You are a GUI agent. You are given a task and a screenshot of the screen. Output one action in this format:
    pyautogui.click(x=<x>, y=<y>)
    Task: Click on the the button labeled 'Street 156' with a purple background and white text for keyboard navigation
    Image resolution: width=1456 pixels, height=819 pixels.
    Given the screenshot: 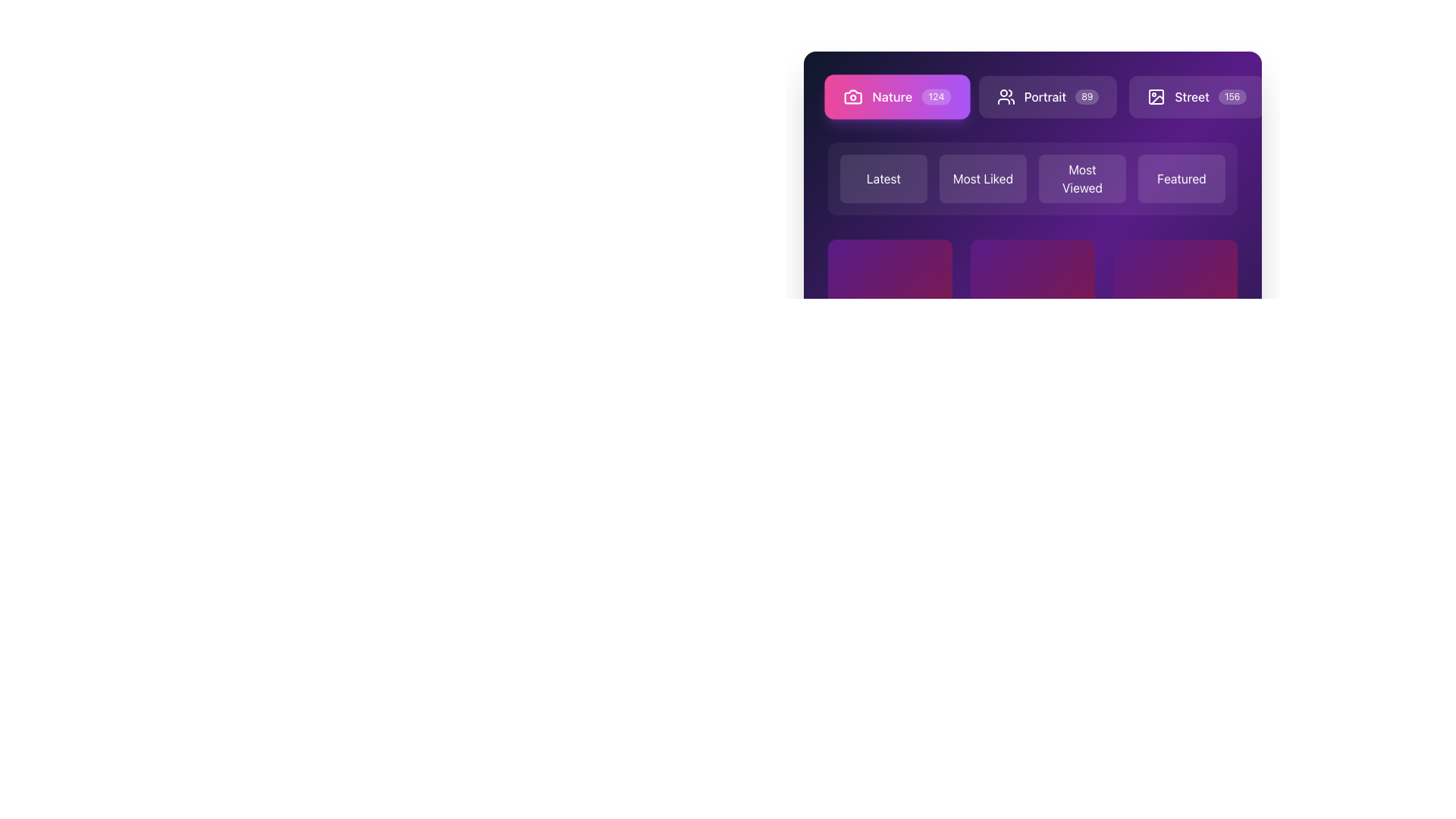 What is the action you would take?
    pyautogui.click(x=1196, y=96)
    